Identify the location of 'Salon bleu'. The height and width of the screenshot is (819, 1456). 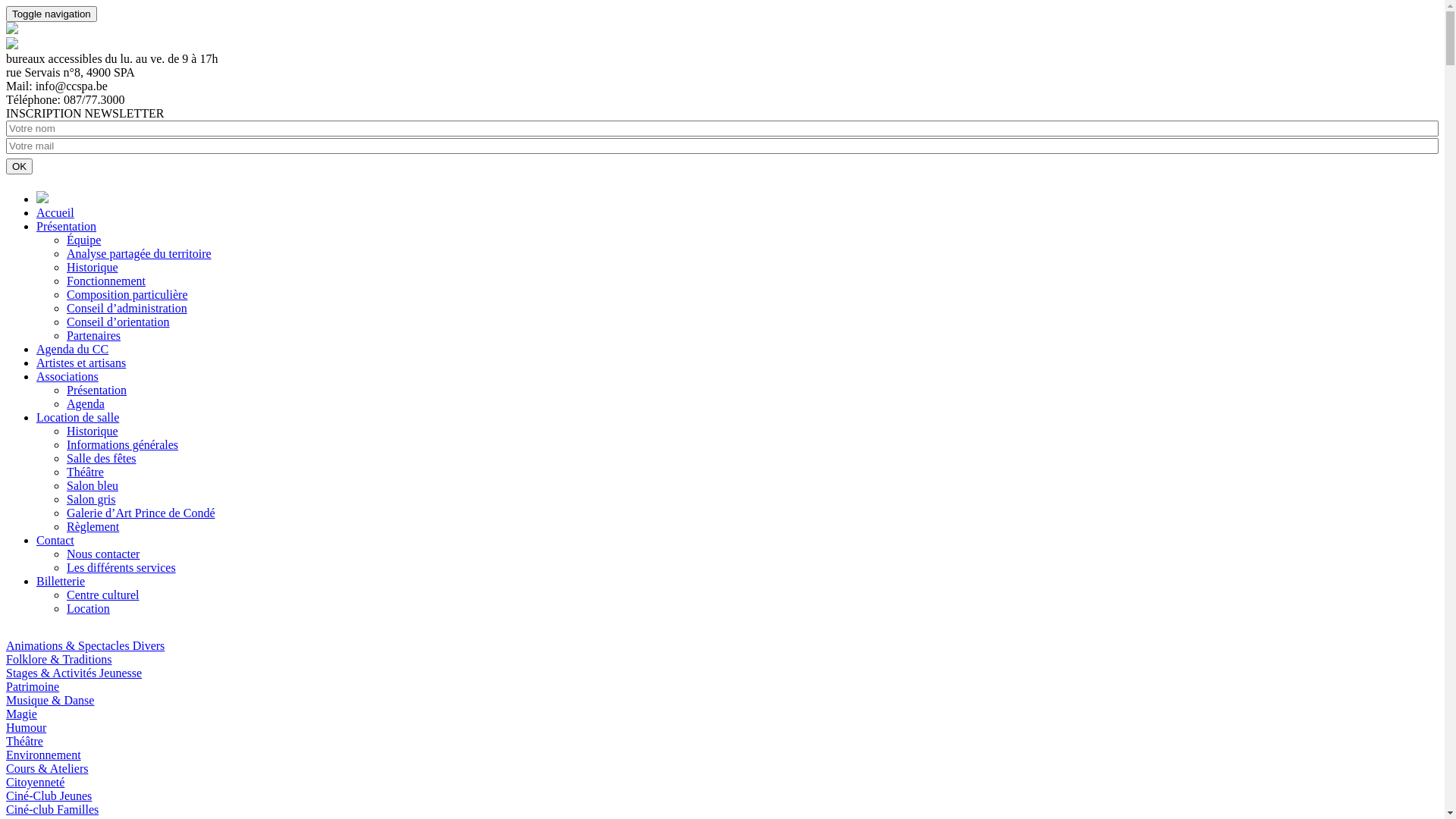
(91, 485).